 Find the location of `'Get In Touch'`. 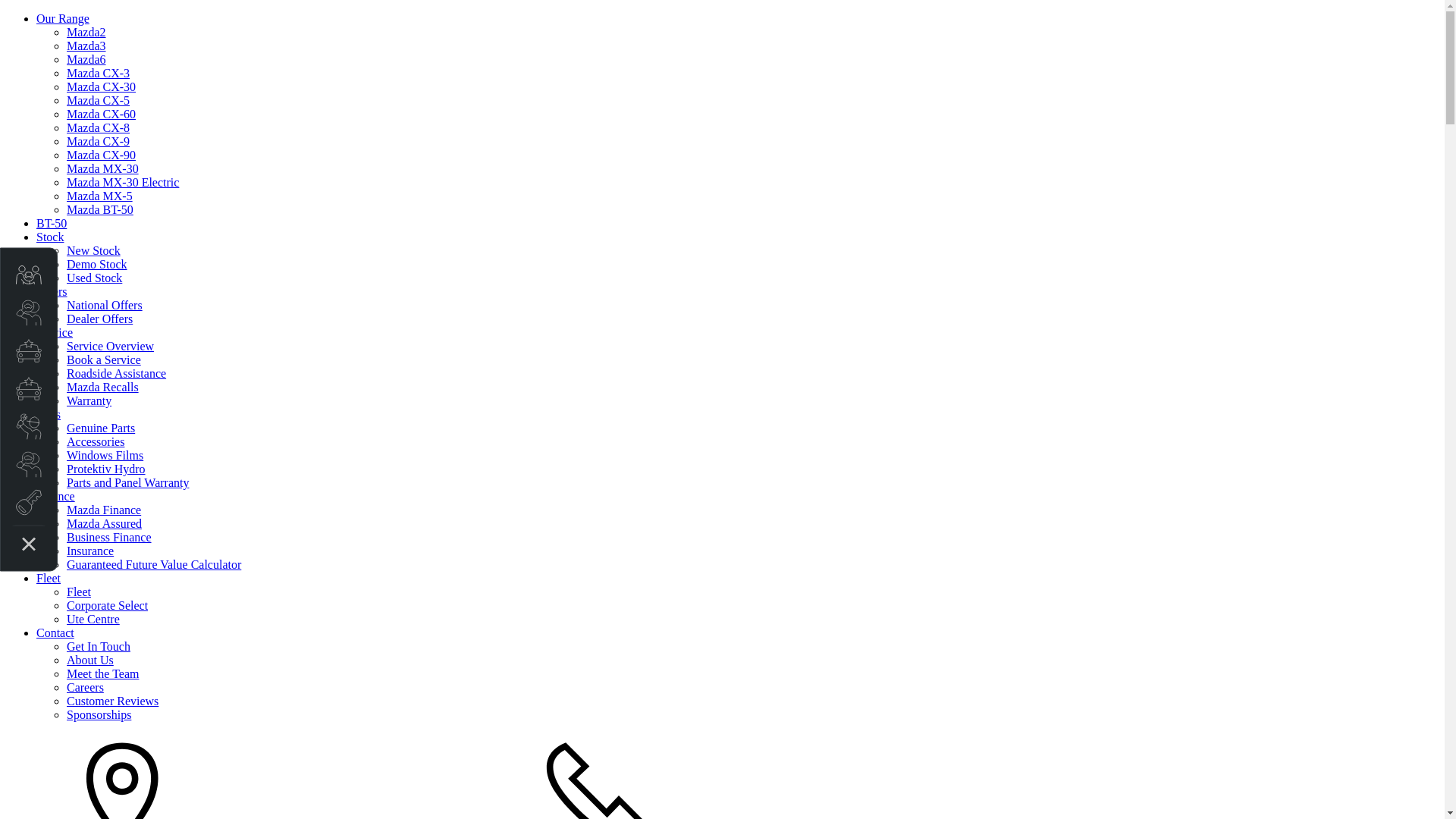

'Get In Touch' is located at coordinates (97, 646).